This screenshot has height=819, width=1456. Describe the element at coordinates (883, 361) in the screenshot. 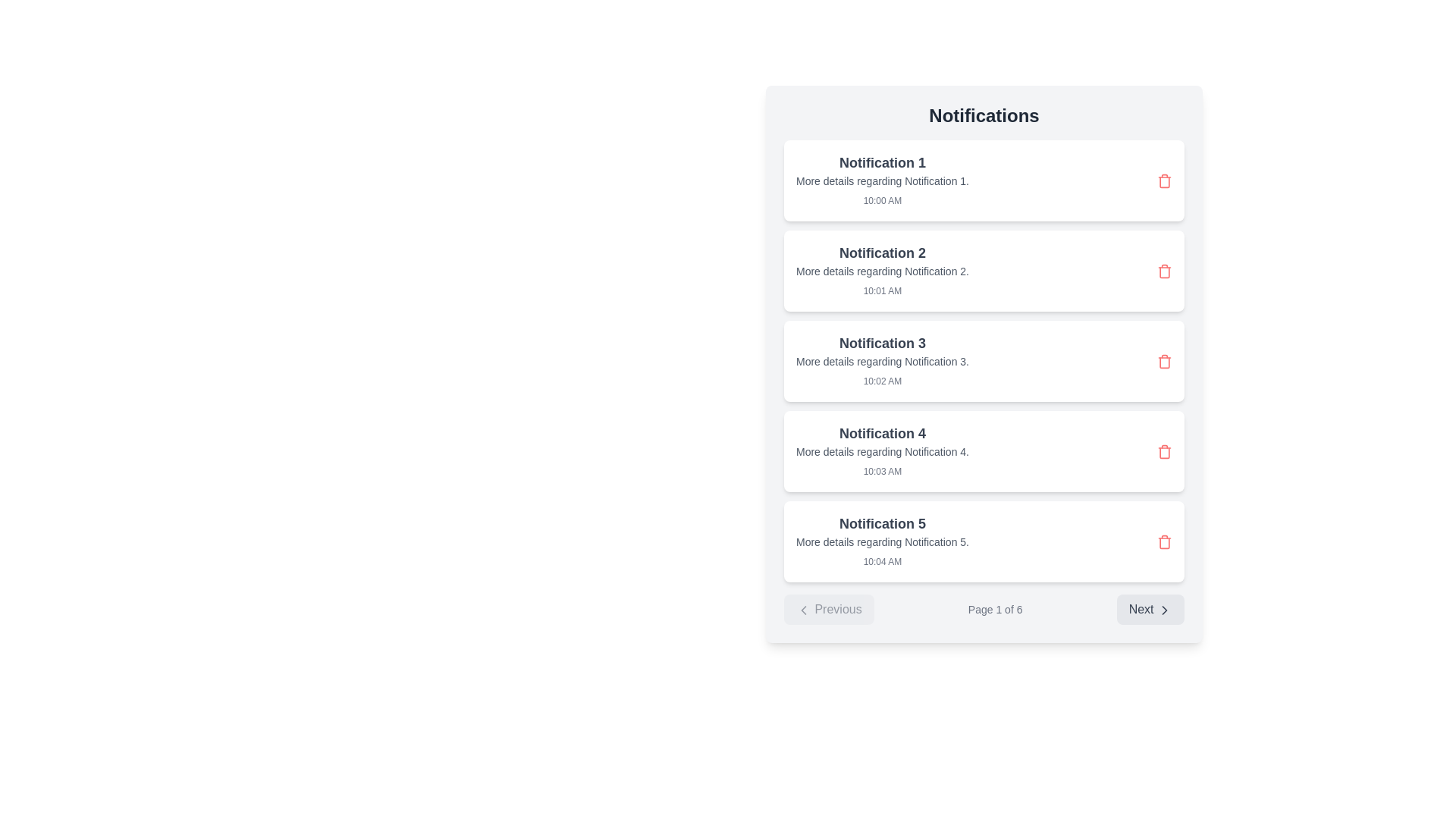

I see `the third notification entry in the notification log labeled 'Notification 3'` at that location.